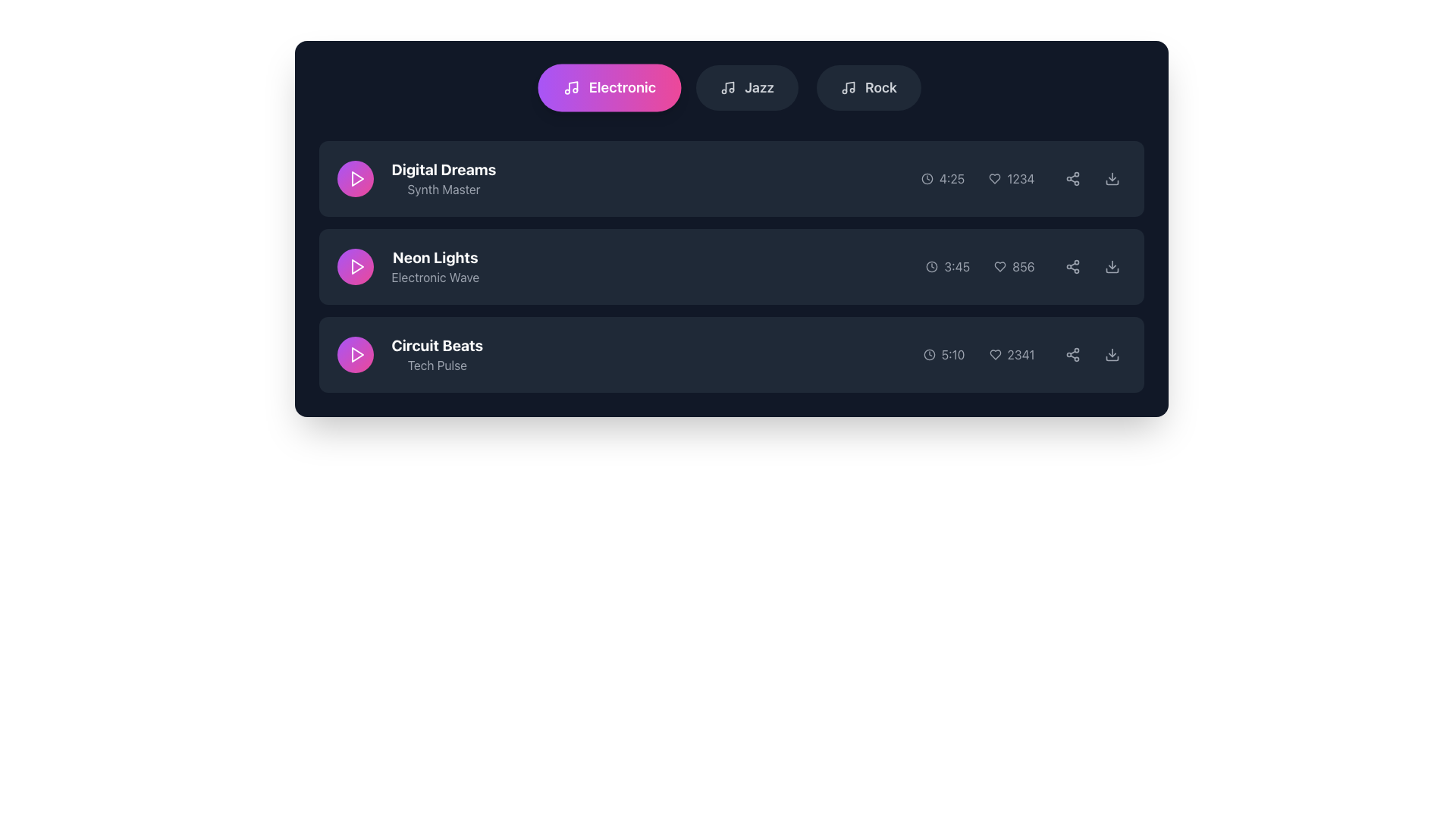 The image size is (1456, 819). Describe the element at coordinates (408, 265) in the screenshot. I see `the text block displaying the title and subtitle of the media track located in the second item of the list in the 'Electronic' category, situated between 'Digital Dreams' and 'Circuit Beats'` at that location.